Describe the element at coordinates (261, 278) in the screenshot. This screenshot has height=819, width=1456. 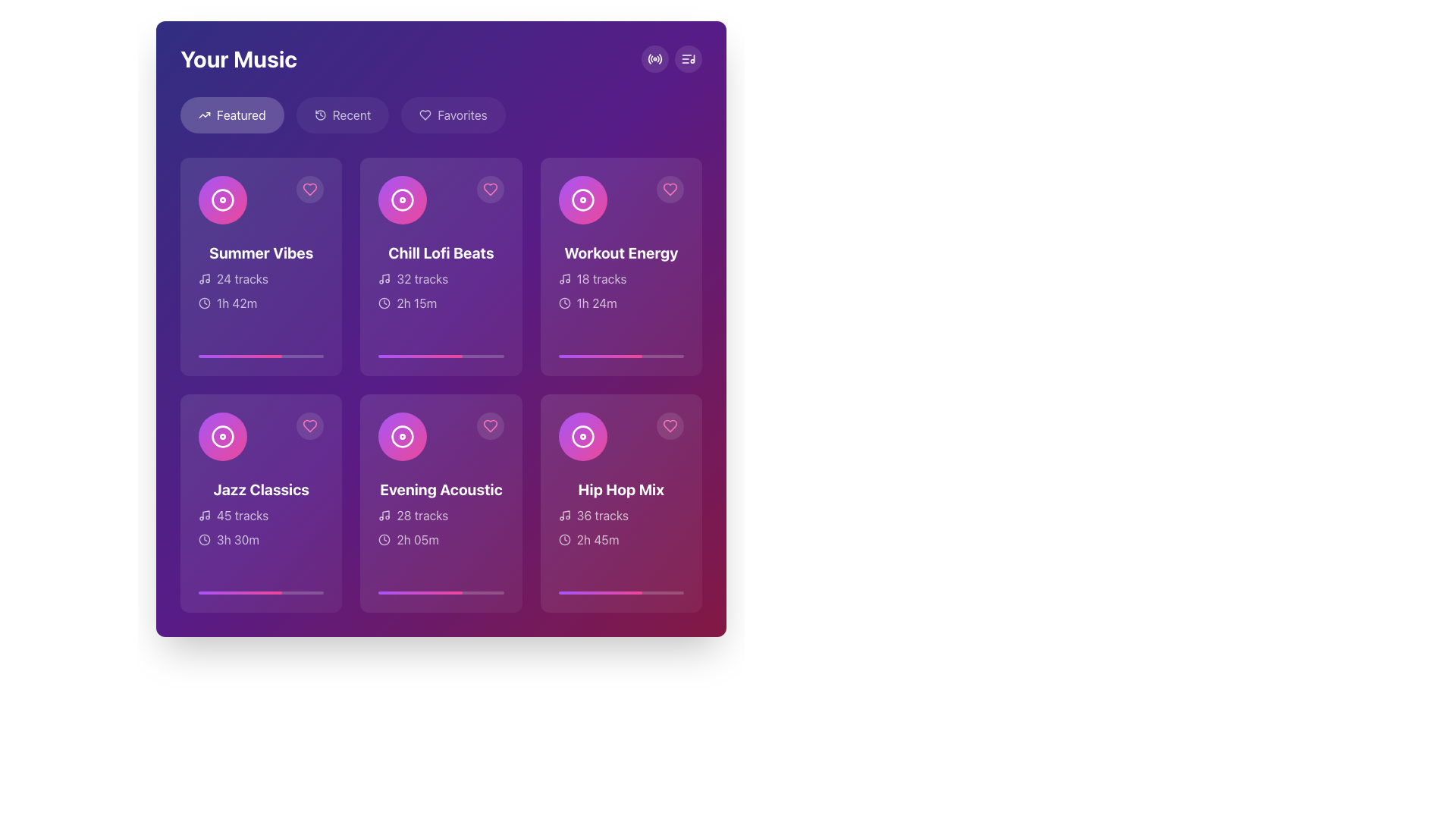
I see `the text label that reads '24 tracks', which is styled with a semi-transparent white font and positioned below the heading 'Summer Vibes'` at that location.